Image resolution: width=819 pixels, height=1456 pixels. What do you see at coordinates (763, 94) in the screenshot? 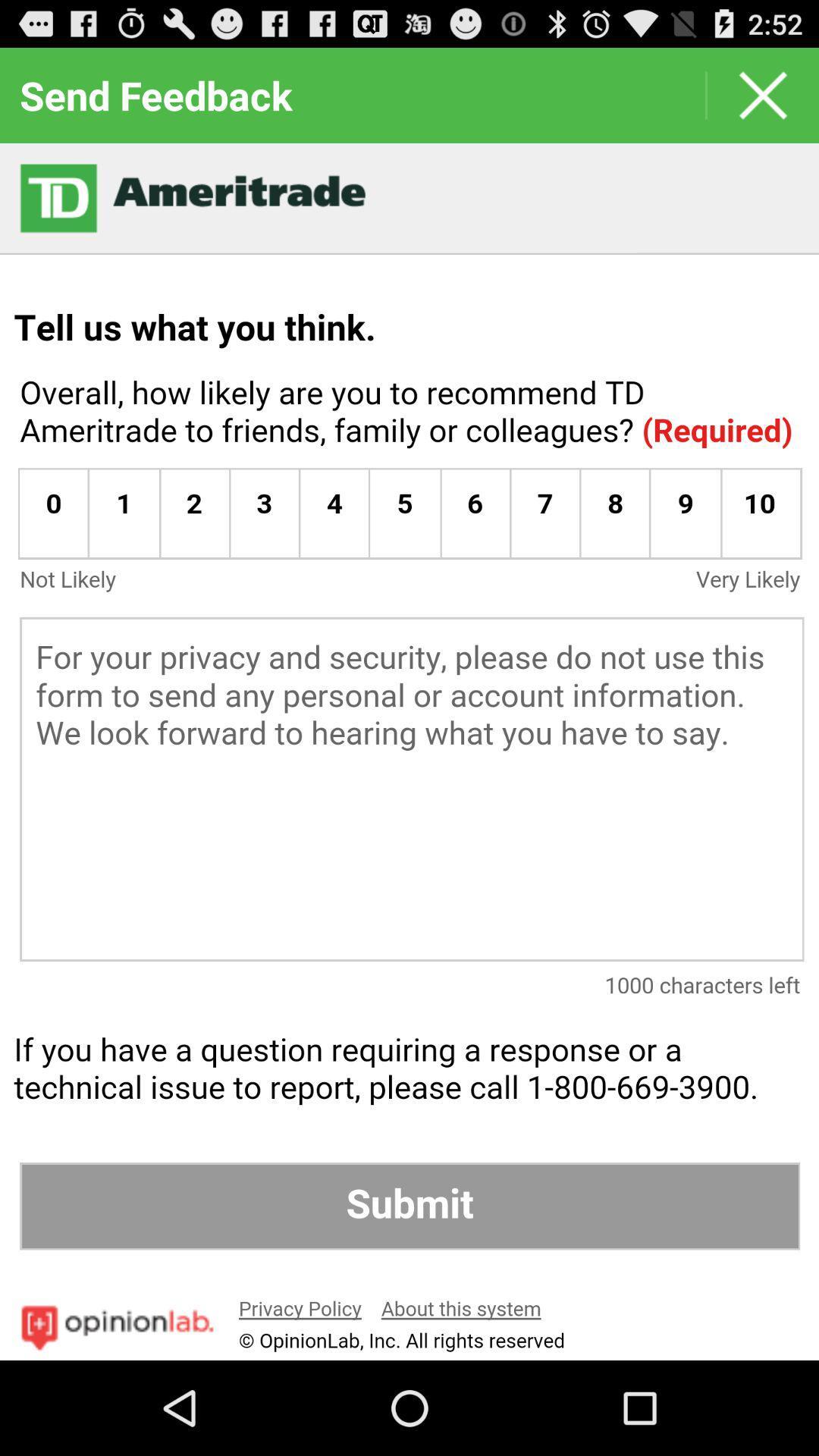
I see `page` at bounding box center [763, 94].